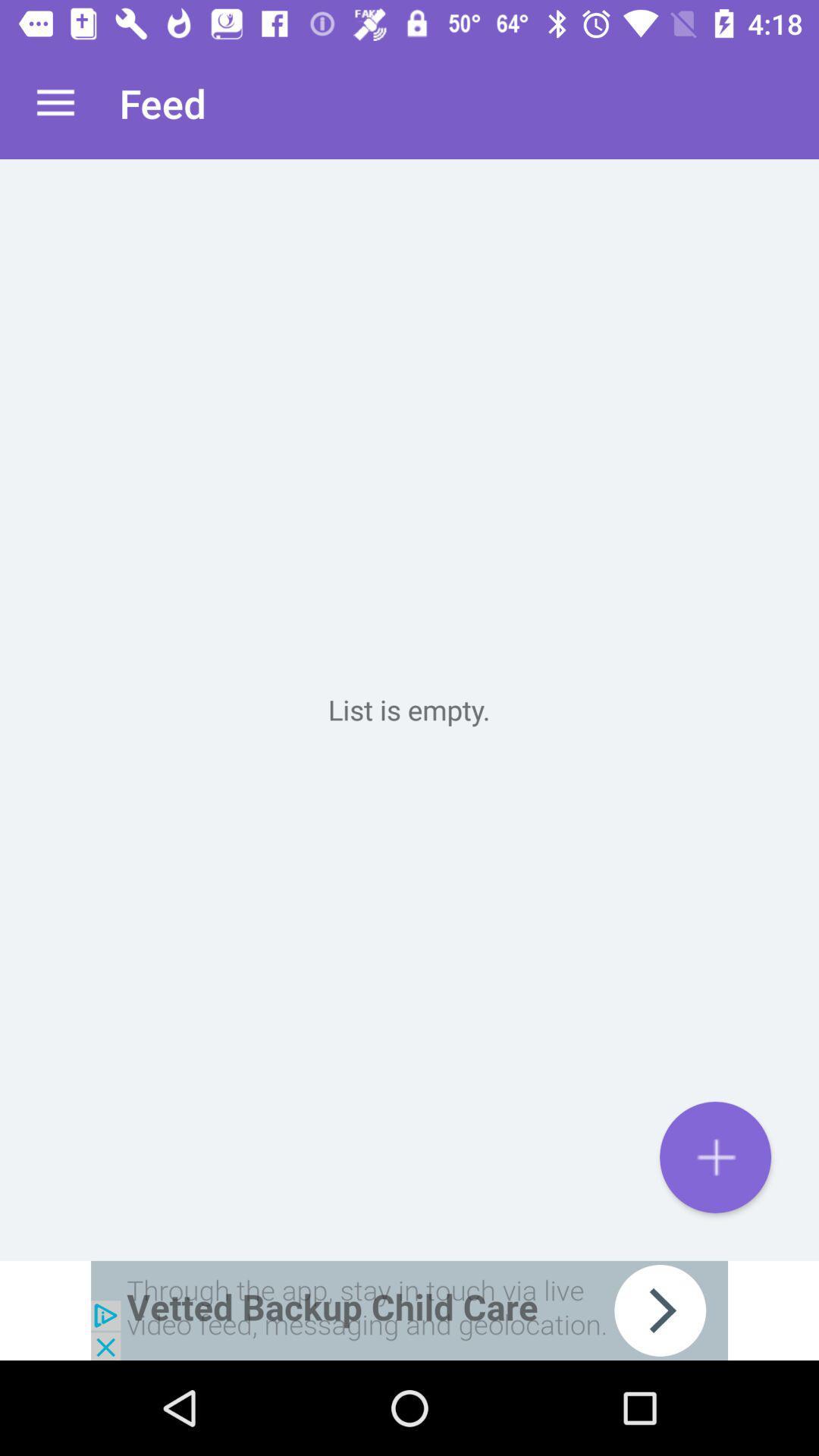 Image resolution: width=819 pixels, height=1456 pixels. What do you see at coordinates (715, 1156) in the screenshot?
I see `to list` at bounding box center [715, 1156].